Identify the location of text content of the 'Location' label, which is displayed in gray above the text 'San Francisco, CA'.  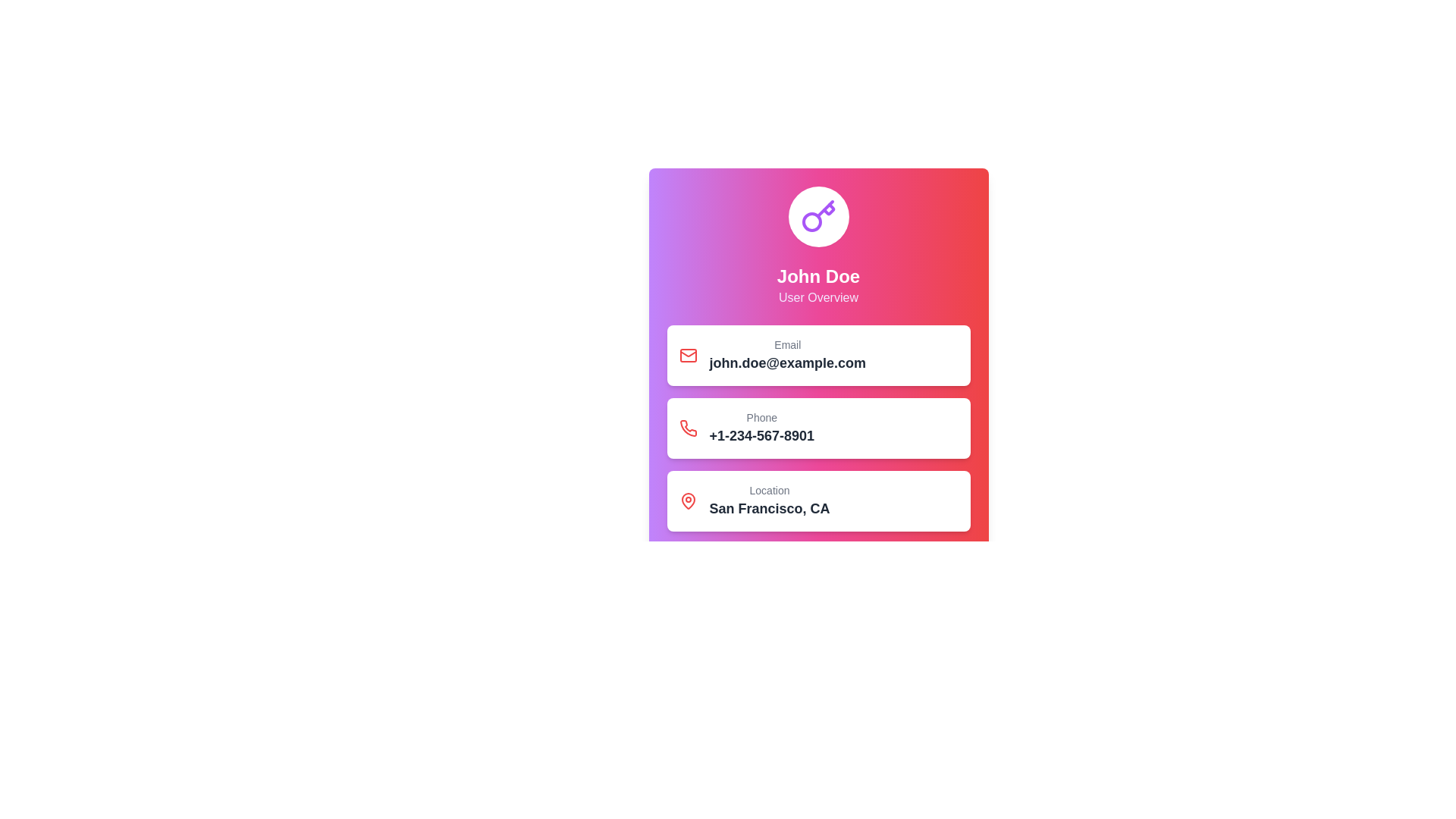
(770, 491).